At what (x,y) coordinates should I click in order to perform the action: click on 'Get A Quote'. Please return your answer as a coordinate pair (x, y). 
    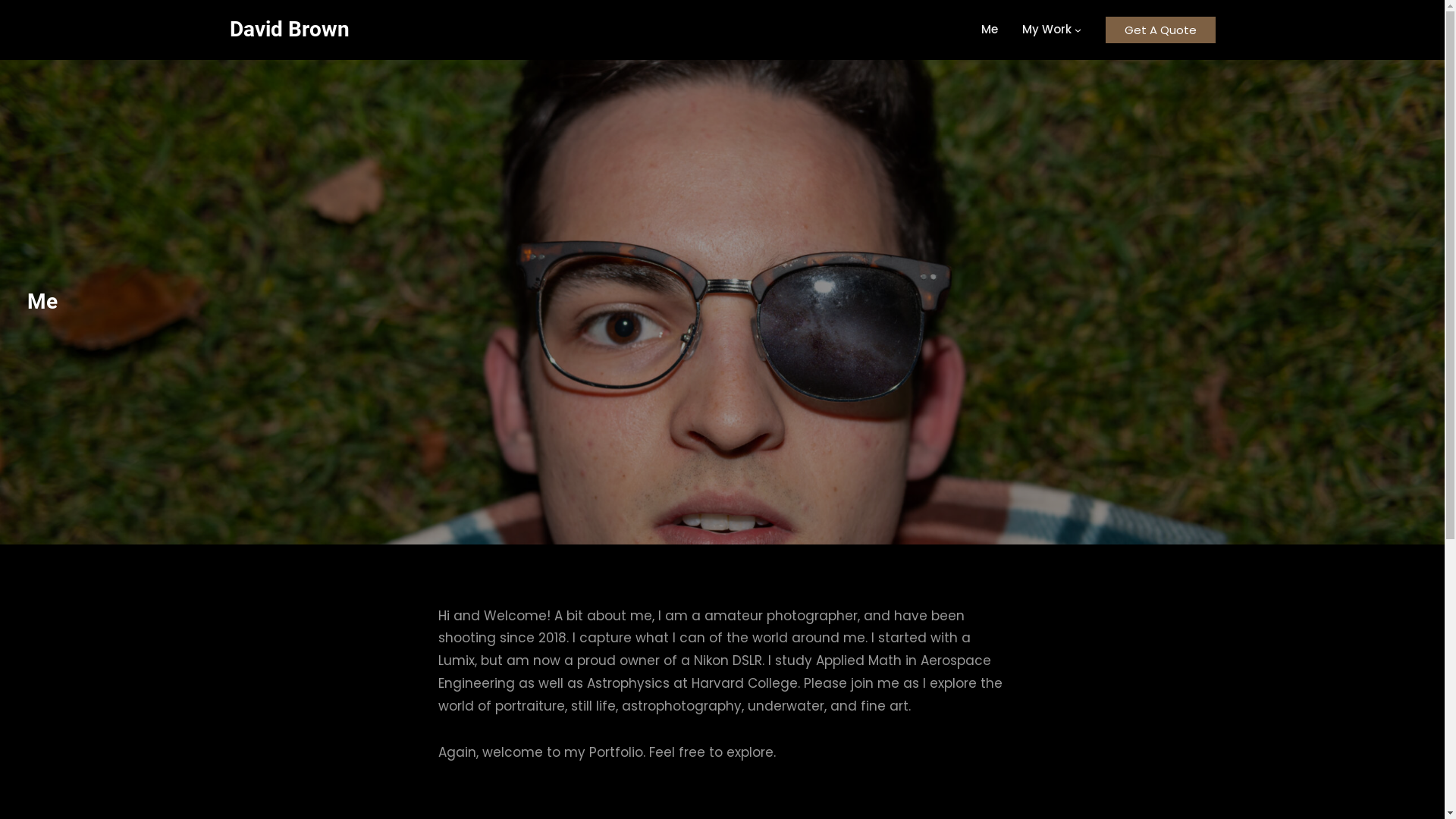
    Looking at the image, I should click on (1106, 30).